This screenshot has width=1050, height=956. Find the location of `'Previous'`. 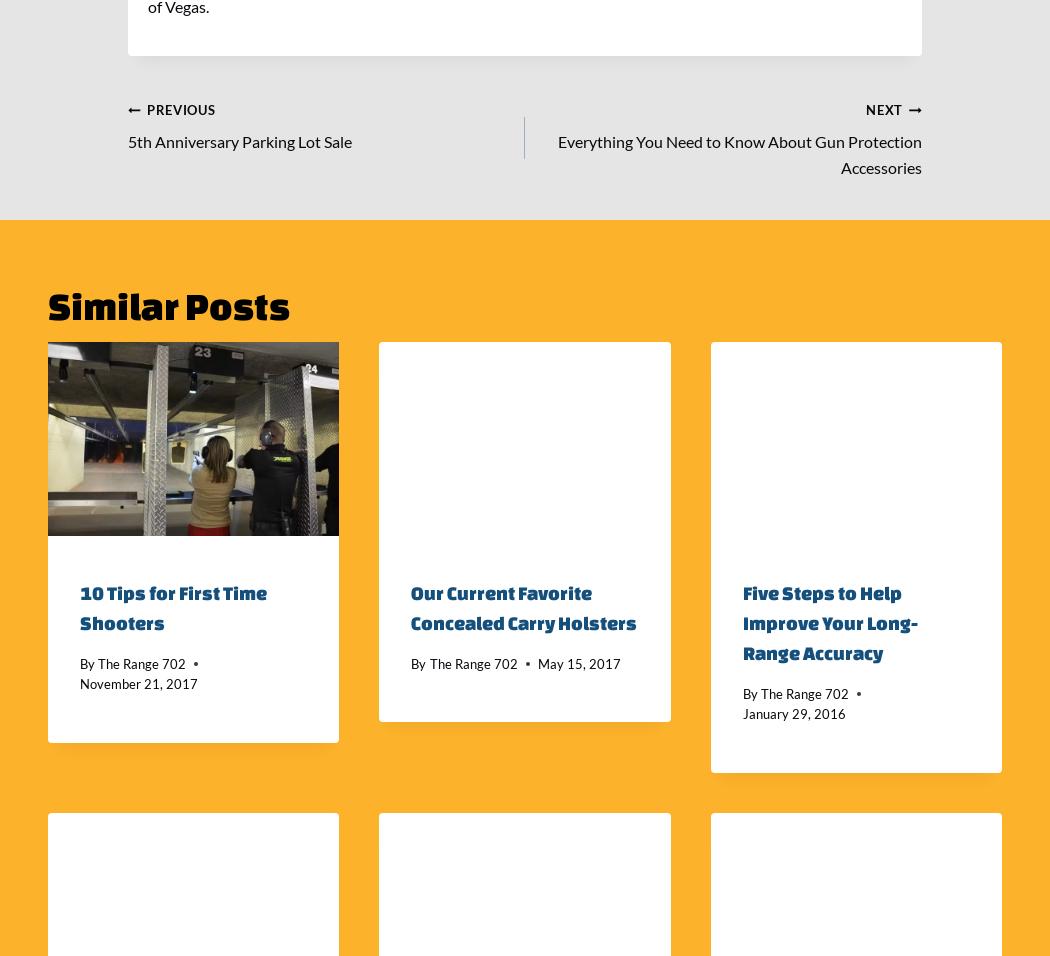

'Previous' is located at coordinates (181, 107).